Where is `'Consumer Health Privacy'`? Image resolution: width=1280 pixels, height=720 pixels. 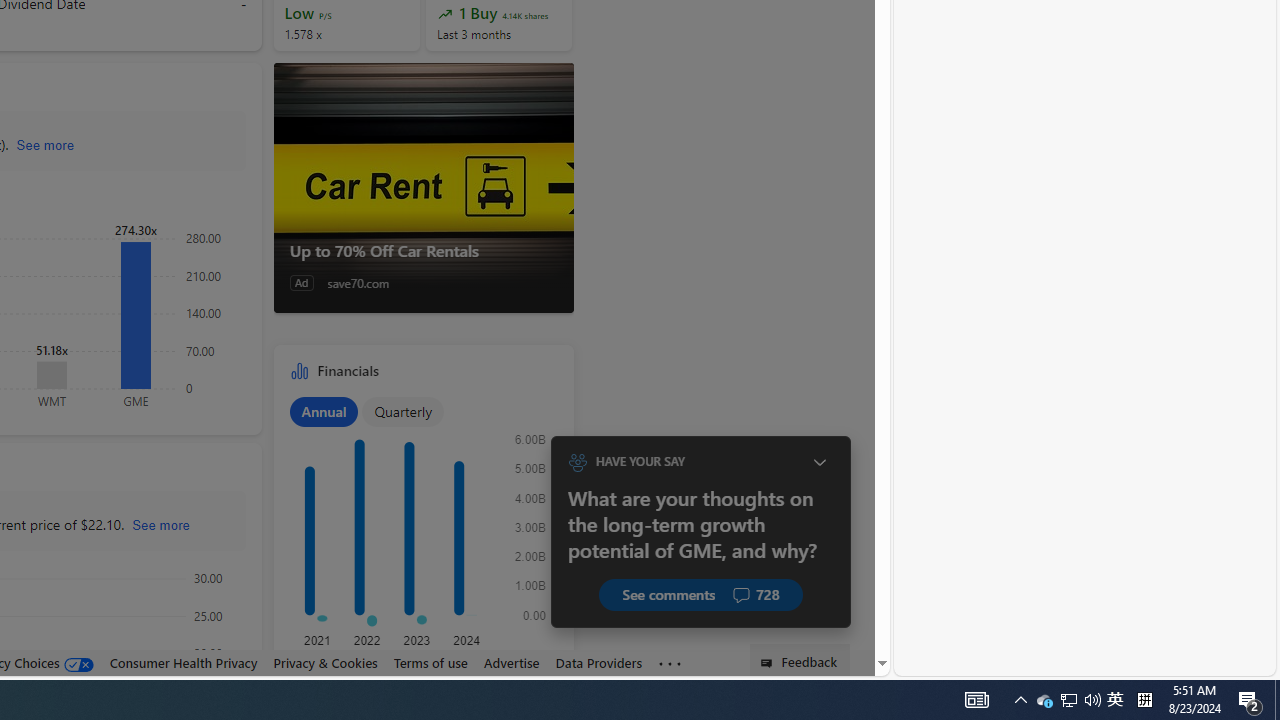 'Consumer Health Privacy' is located at coordinates (183, 663).